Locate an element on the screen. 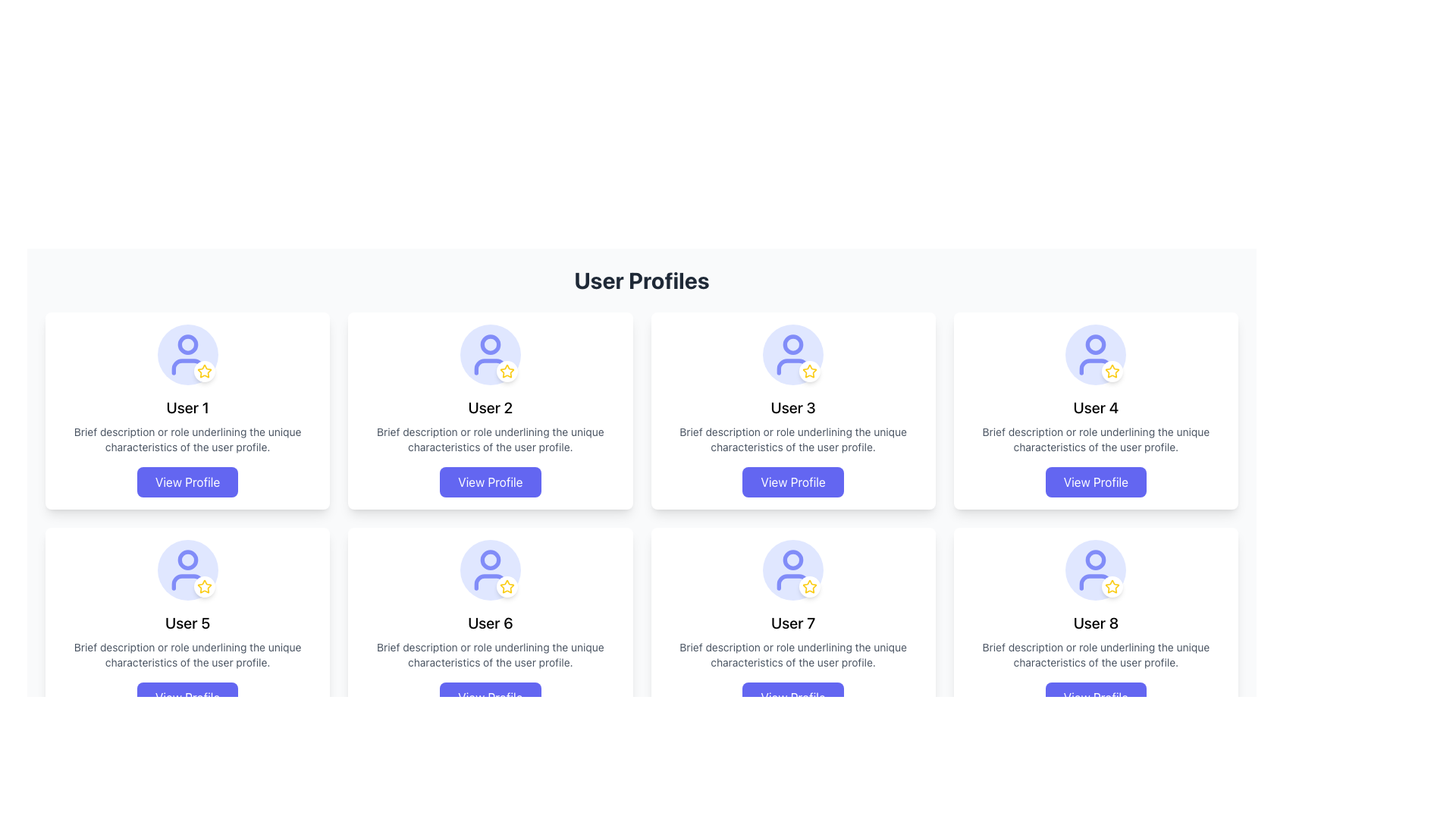 Image resolution: width=1456 pixels, height=819 pixels. the Text Label that provides descriptive information related to the user profile in the 'User Profiles' section, specifically located below the 'User 2' title and above the 'View Profile' button is located at coordinates (490, 439).